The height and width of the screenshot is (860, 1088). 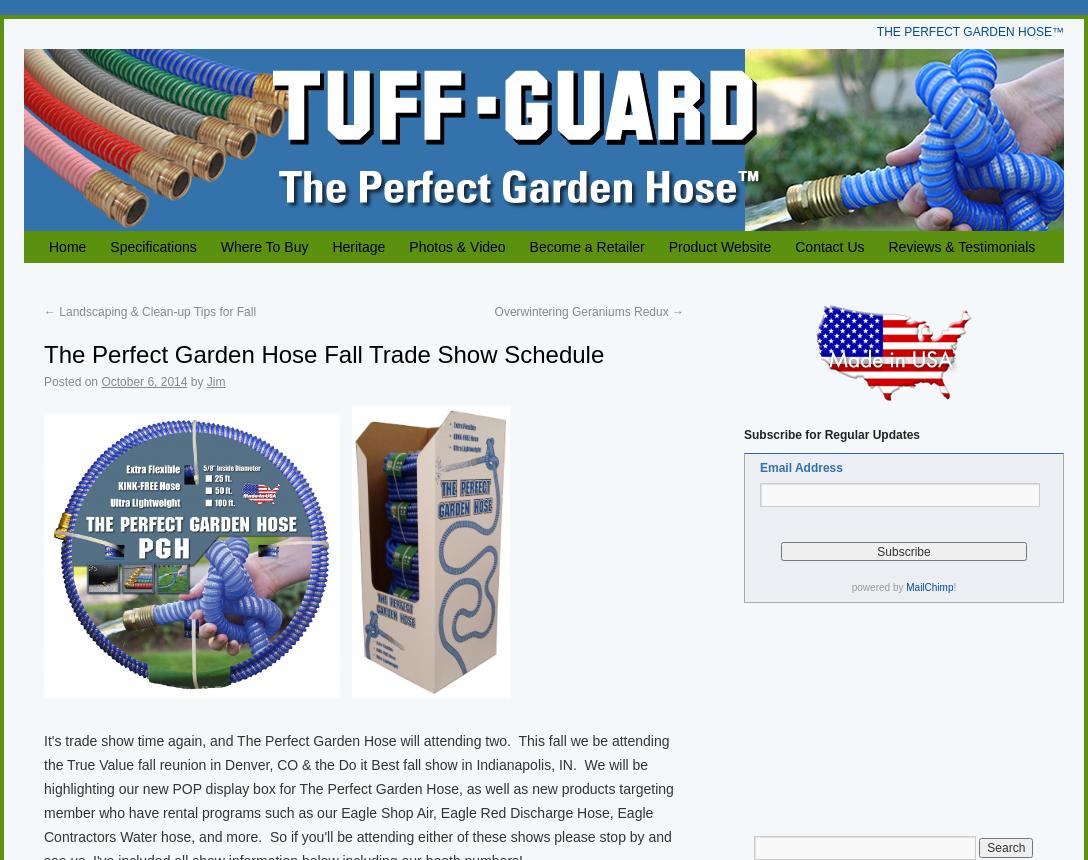 I want to click on '!', so click(x=953, y=586).